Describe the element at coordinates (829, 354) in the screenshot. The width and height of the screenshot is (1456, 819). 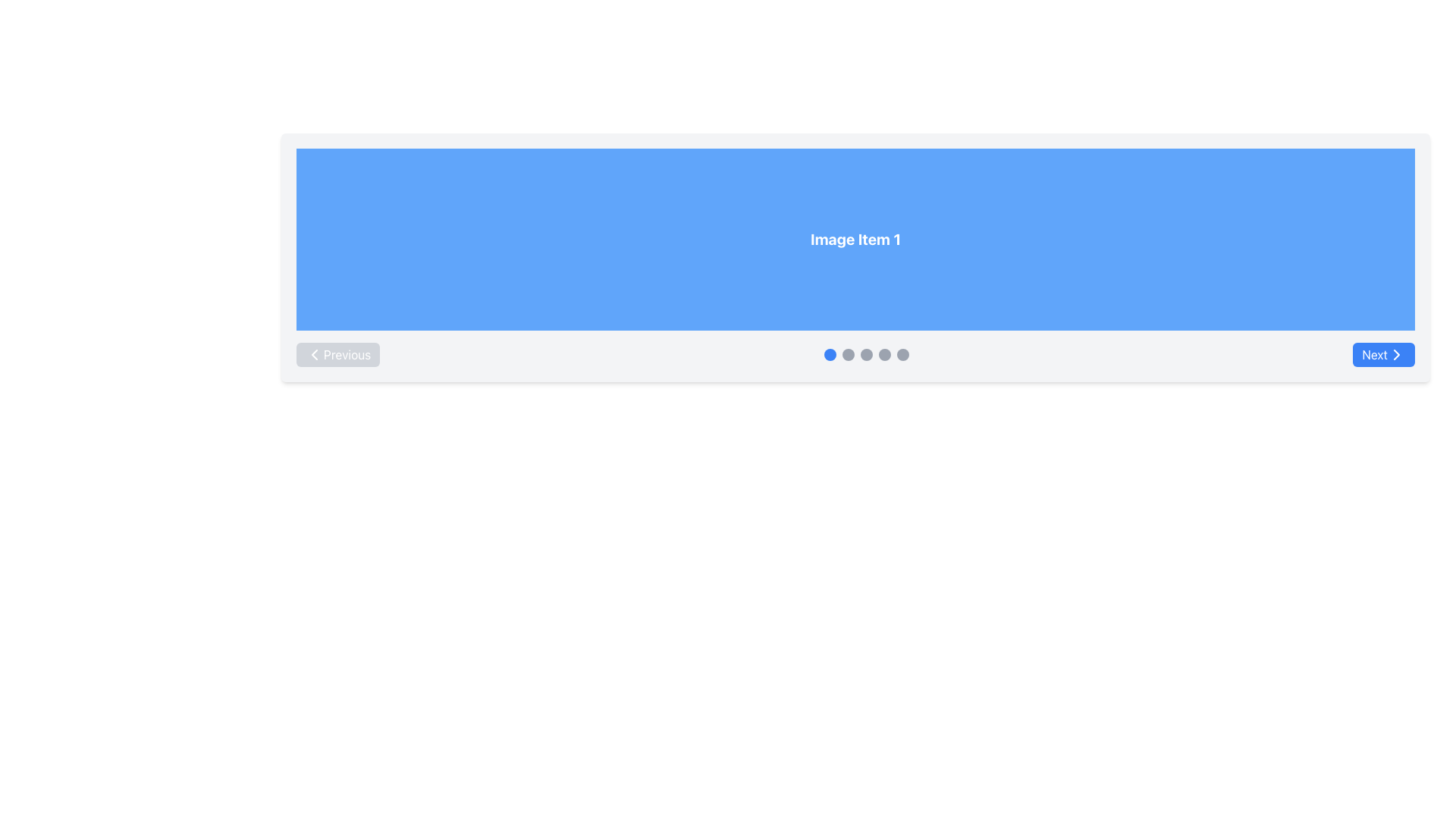
I see `the first interactive circular button from the left in the group of five buttons located near the bottom center of the interface` at that location.